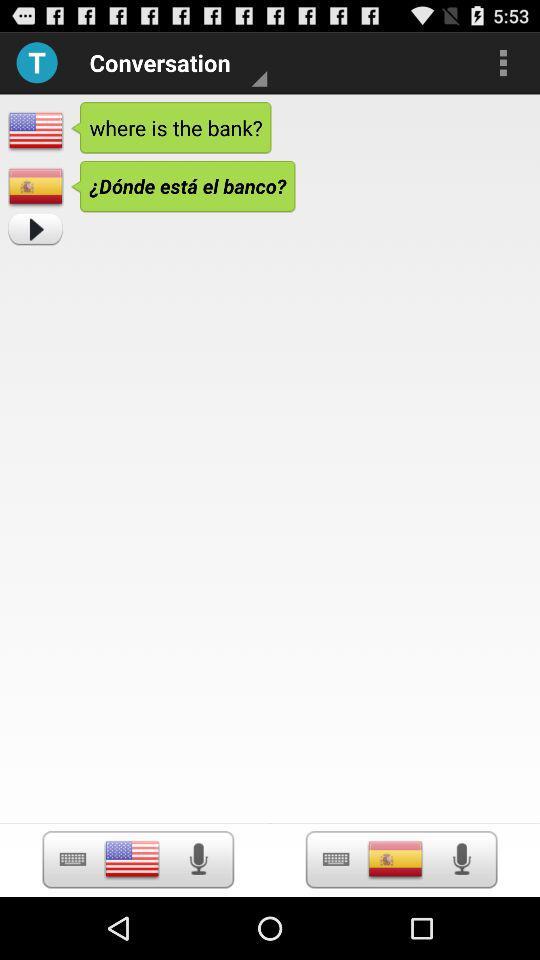 The image size is (540, 960). Describe the element at coordinates (132, 858) in the screenshot. I see `country blog` at that location.